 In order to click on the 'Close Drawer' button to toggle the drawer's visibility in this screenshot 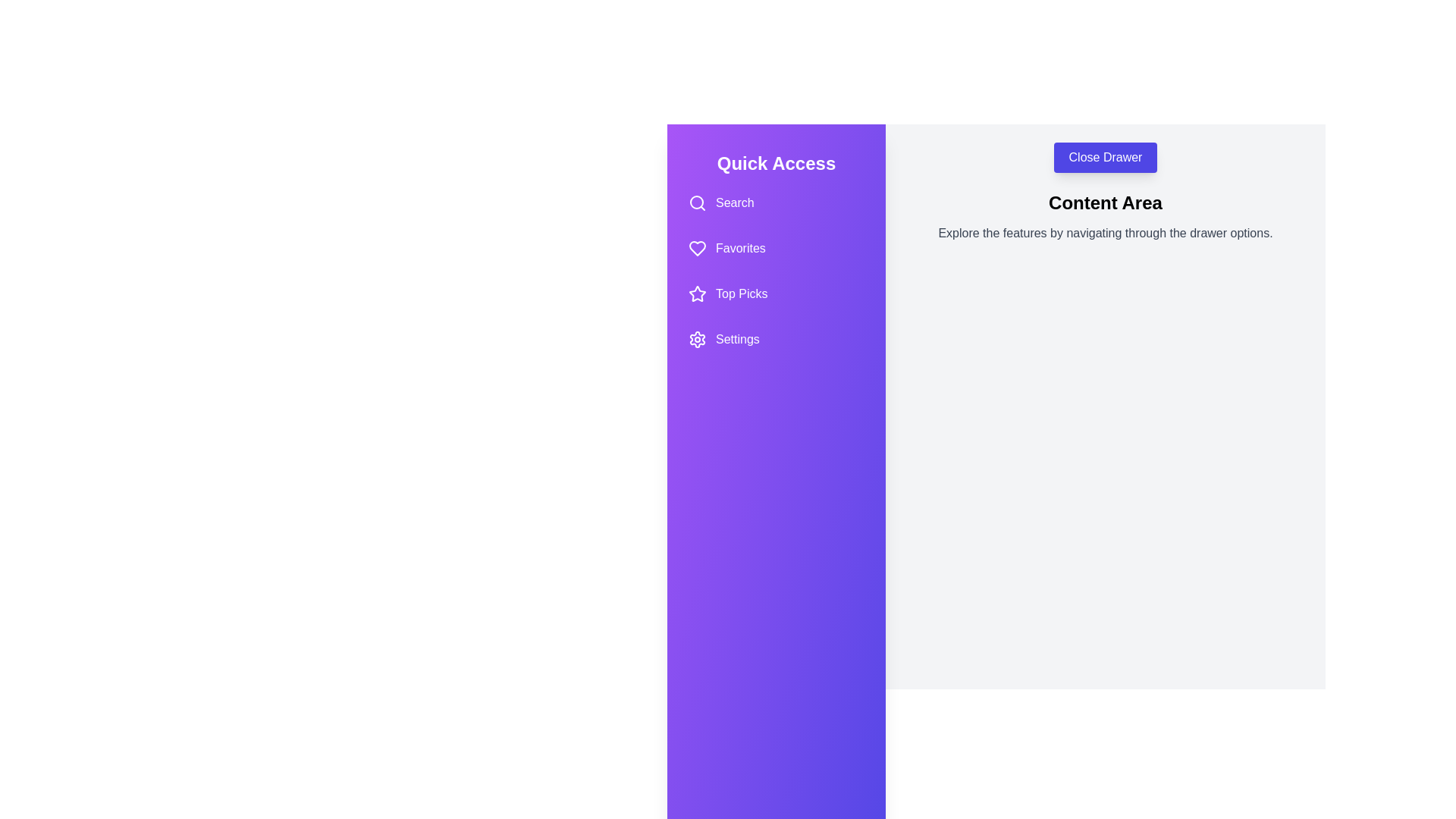, I will do `click(1106, 158)`.